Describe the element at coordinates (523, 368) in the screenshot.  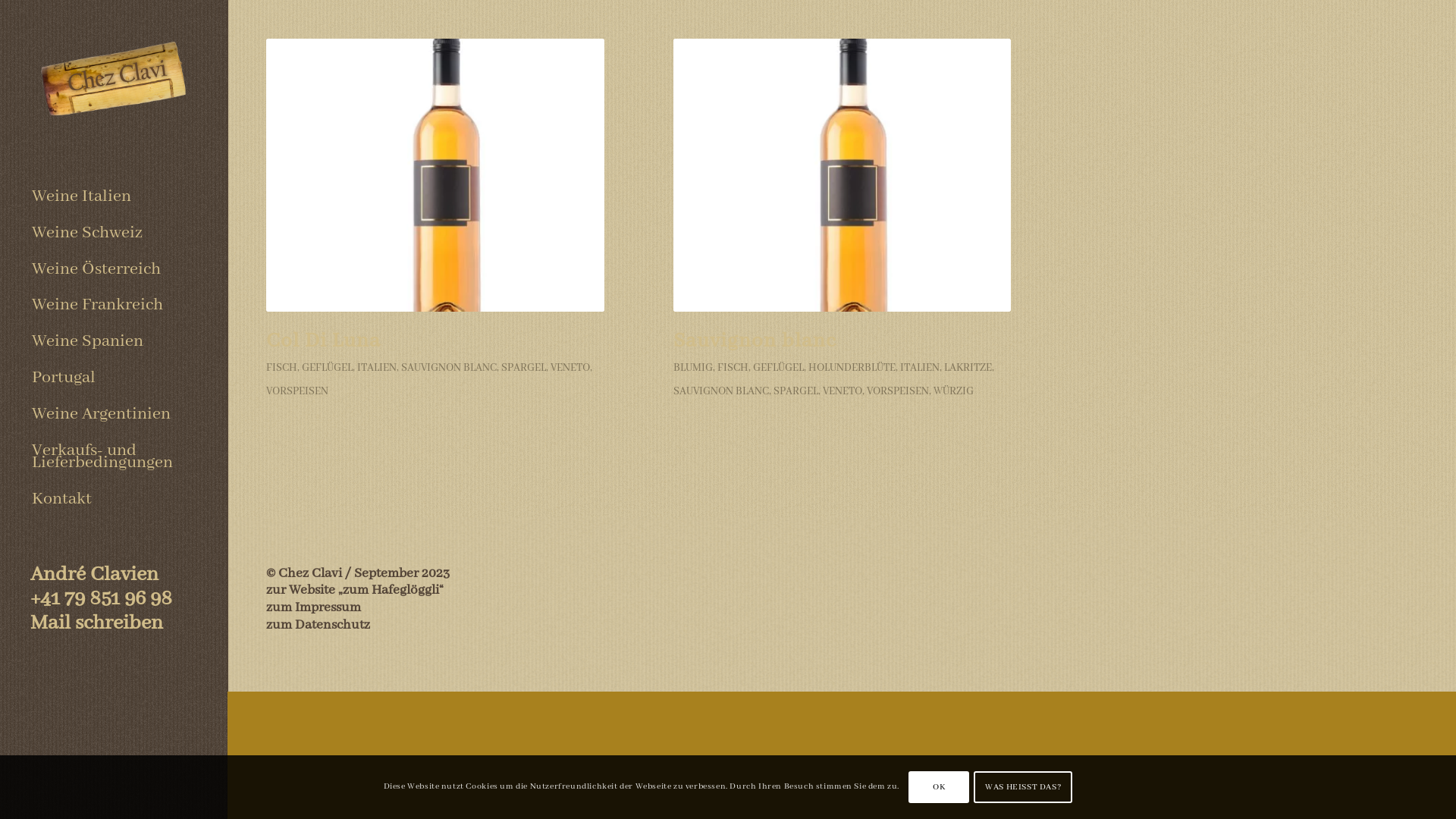
I see `'SPARGEL'` at that location.